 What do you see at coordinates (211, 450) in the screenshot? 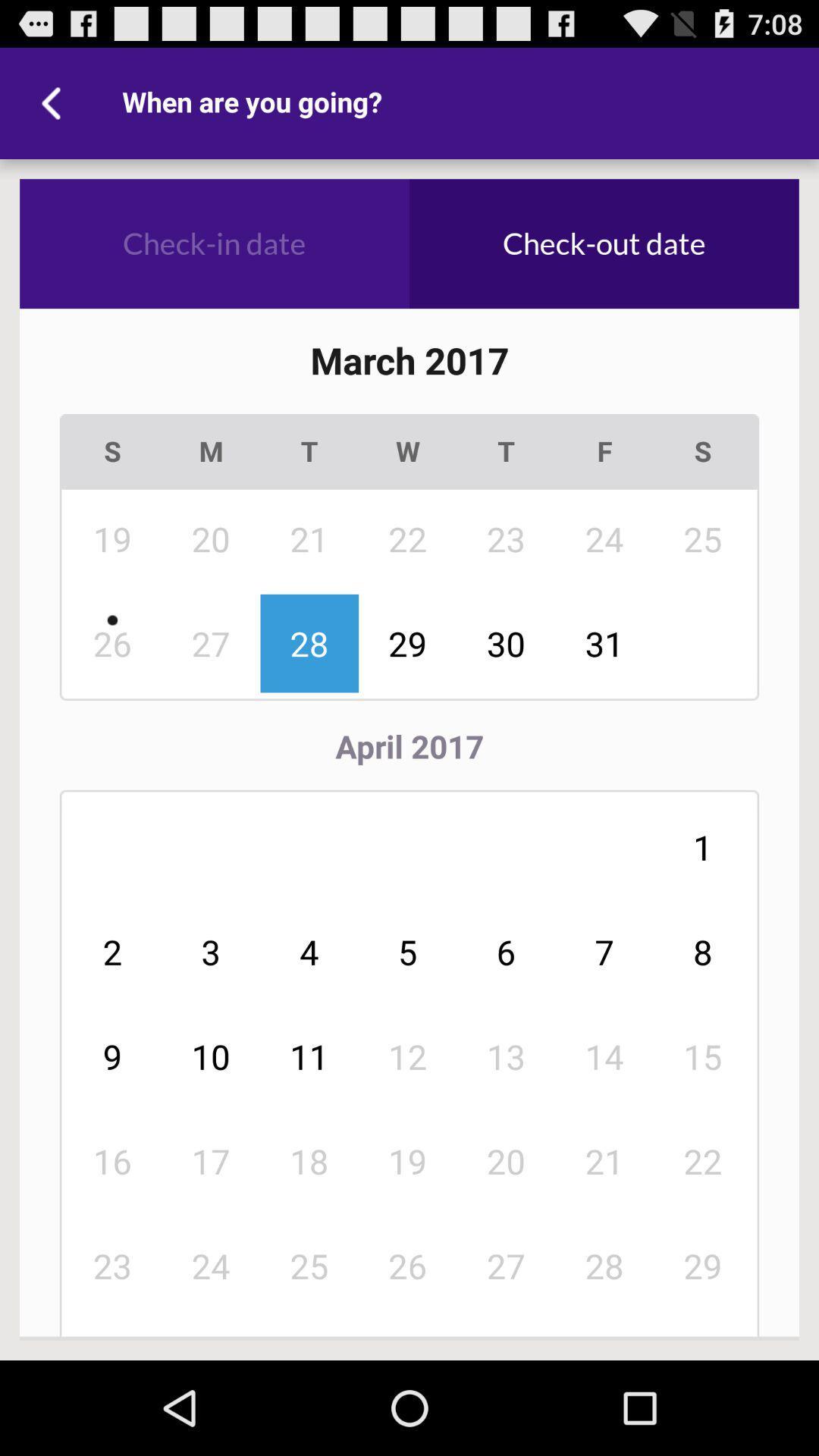
I see `the m` at bounding box center [211, 450].